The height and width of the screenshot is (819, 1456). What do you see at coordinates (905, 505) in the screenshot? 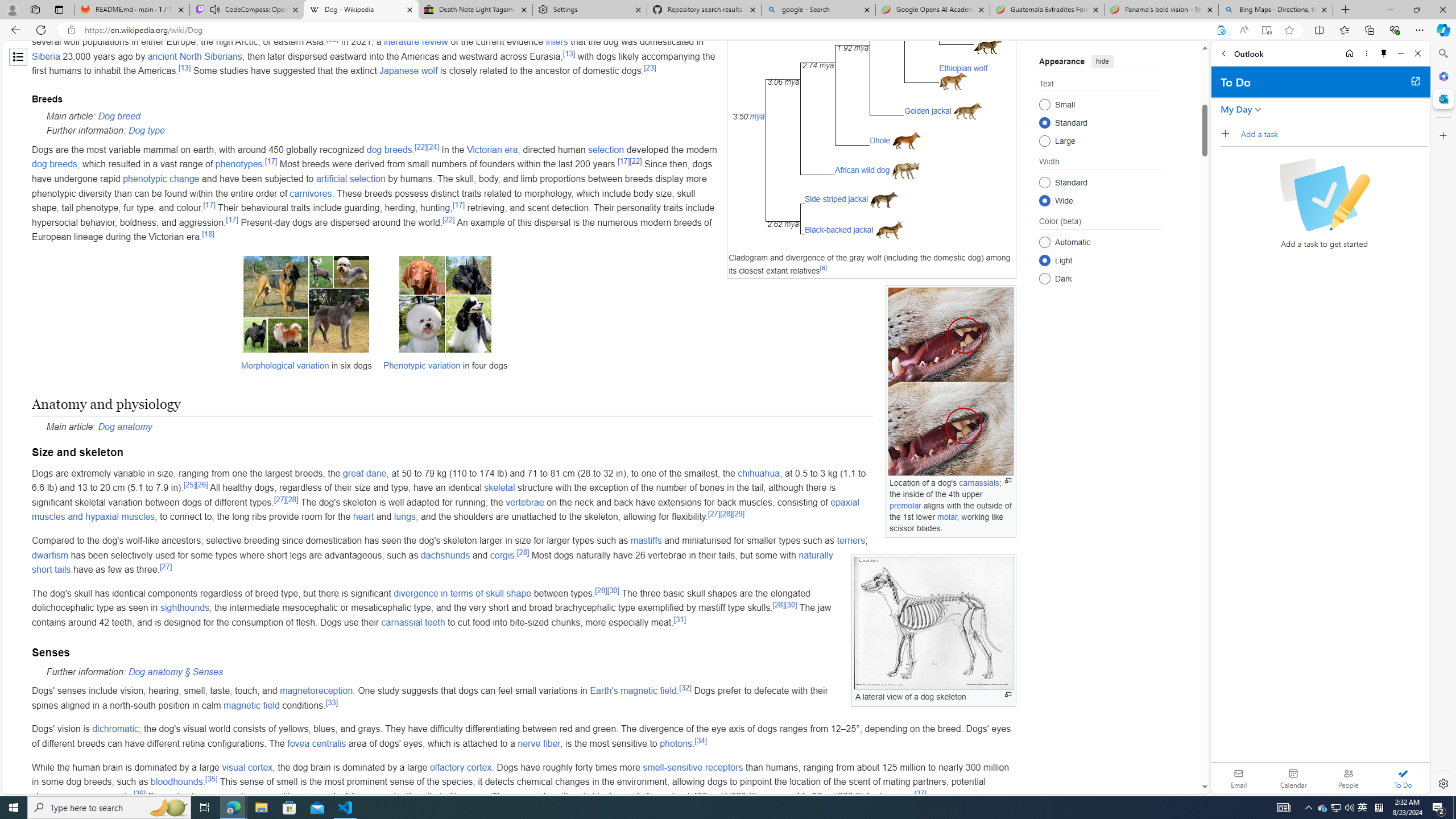
I see `'premolar'` at bounding box center [905, 505].